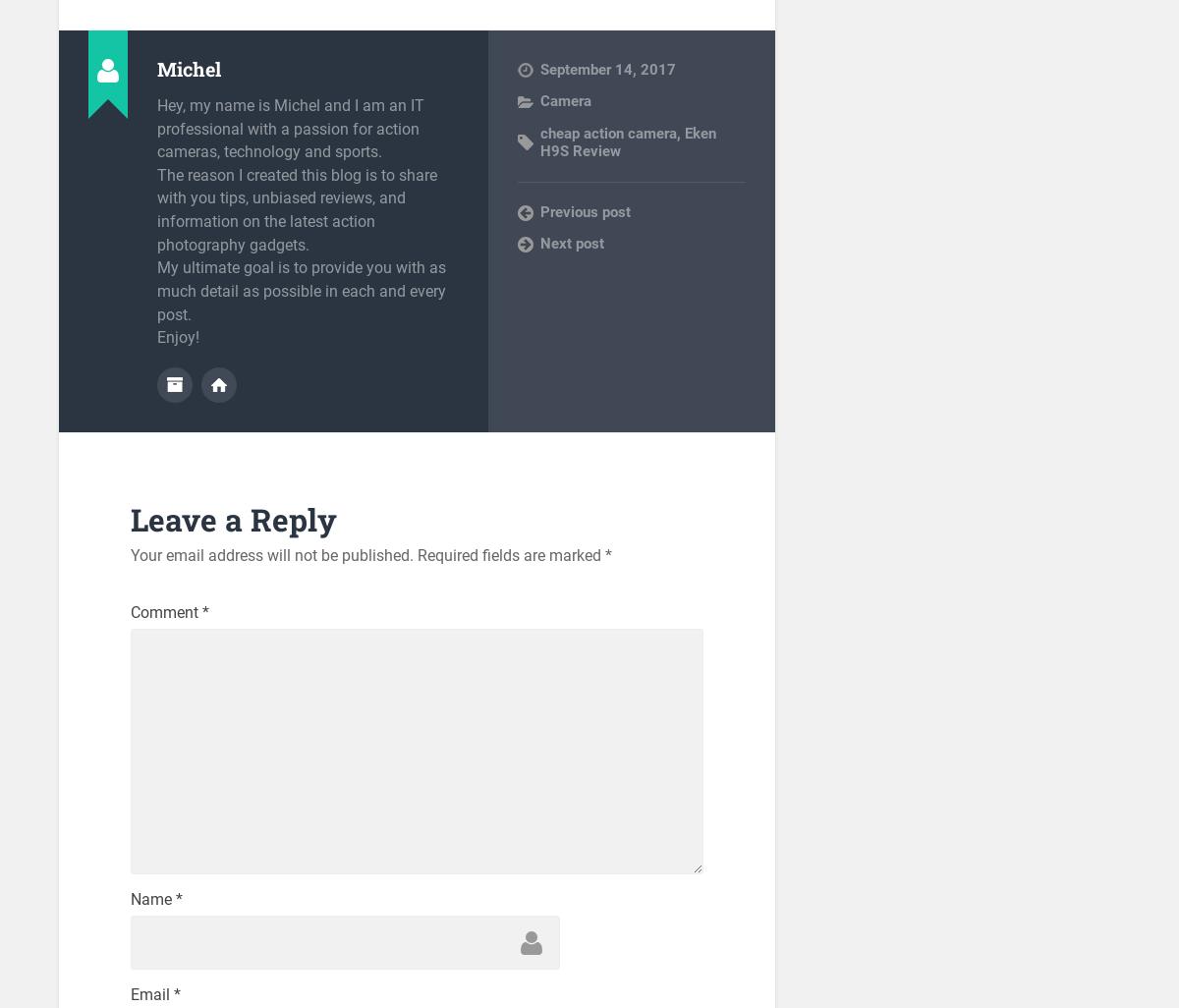 This screenshot has height=1008, width=1179. Describe the element at coordinates (149, 993) in the screenshot. I see `'Email'` at that location.